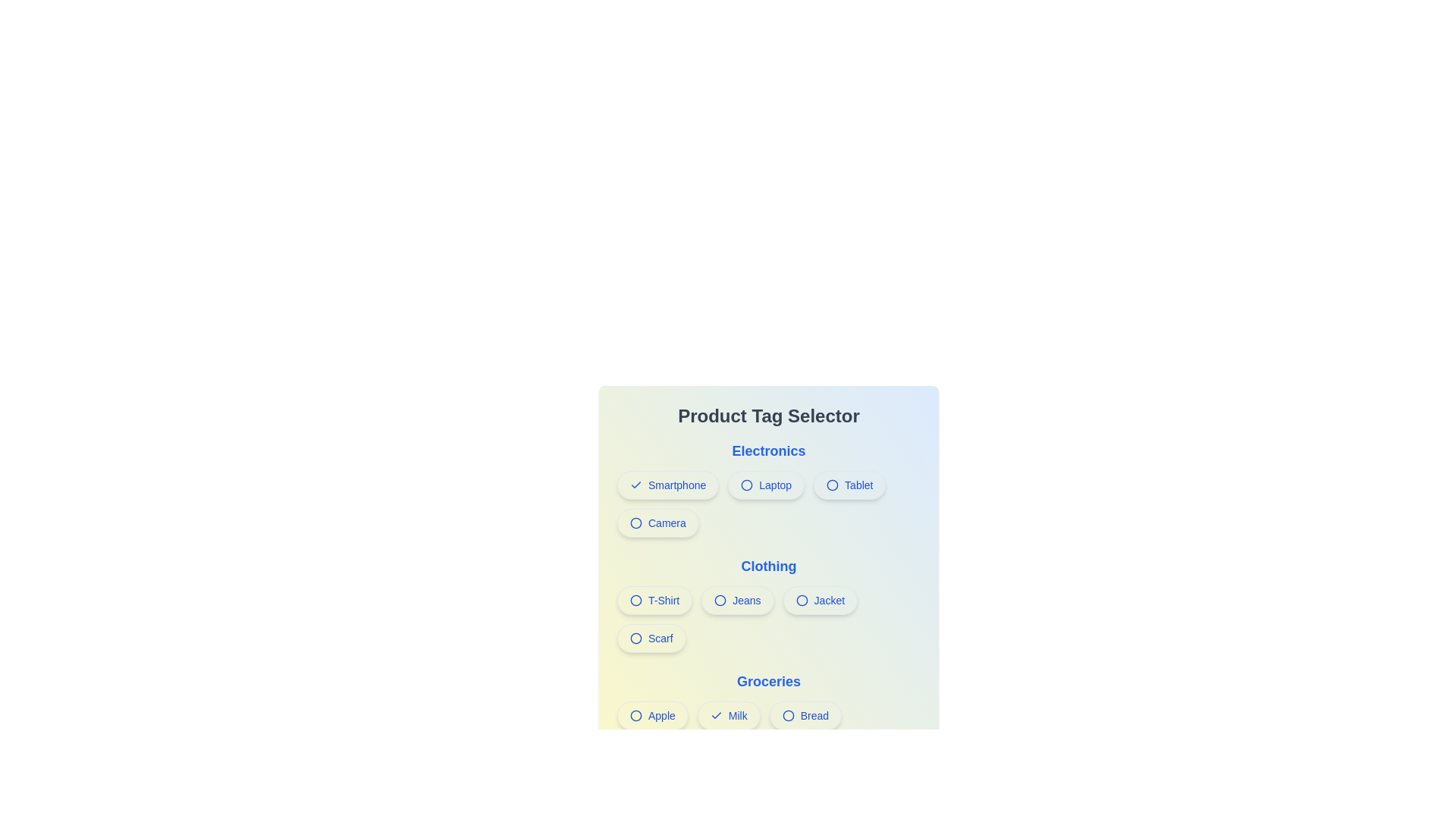 The width and height of the screenshot is (1456, 819). What do you see at coordinates (768, 680) in the screenshot?
I see `the 'Groceries' label, which is styled with a bold blue font and serves as a heading for the grocery section` at bounding box center [768, 680].